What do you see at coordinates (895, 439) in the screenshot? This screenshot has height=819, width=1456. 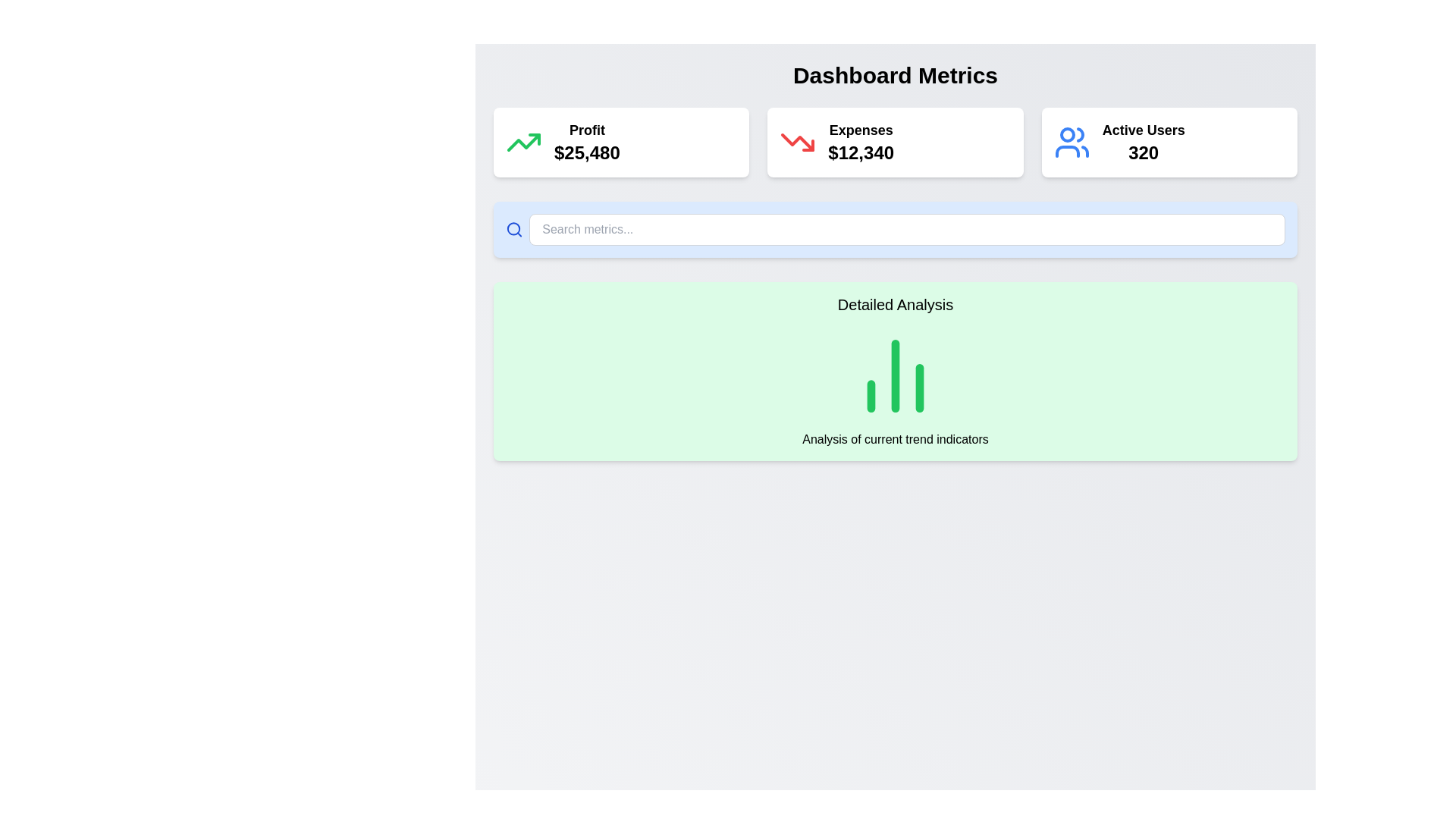 I see `descriptive text block located at the bottom of the green section, centered below the 'Detailed Analysis' chart` at bounding box center [895, 439].